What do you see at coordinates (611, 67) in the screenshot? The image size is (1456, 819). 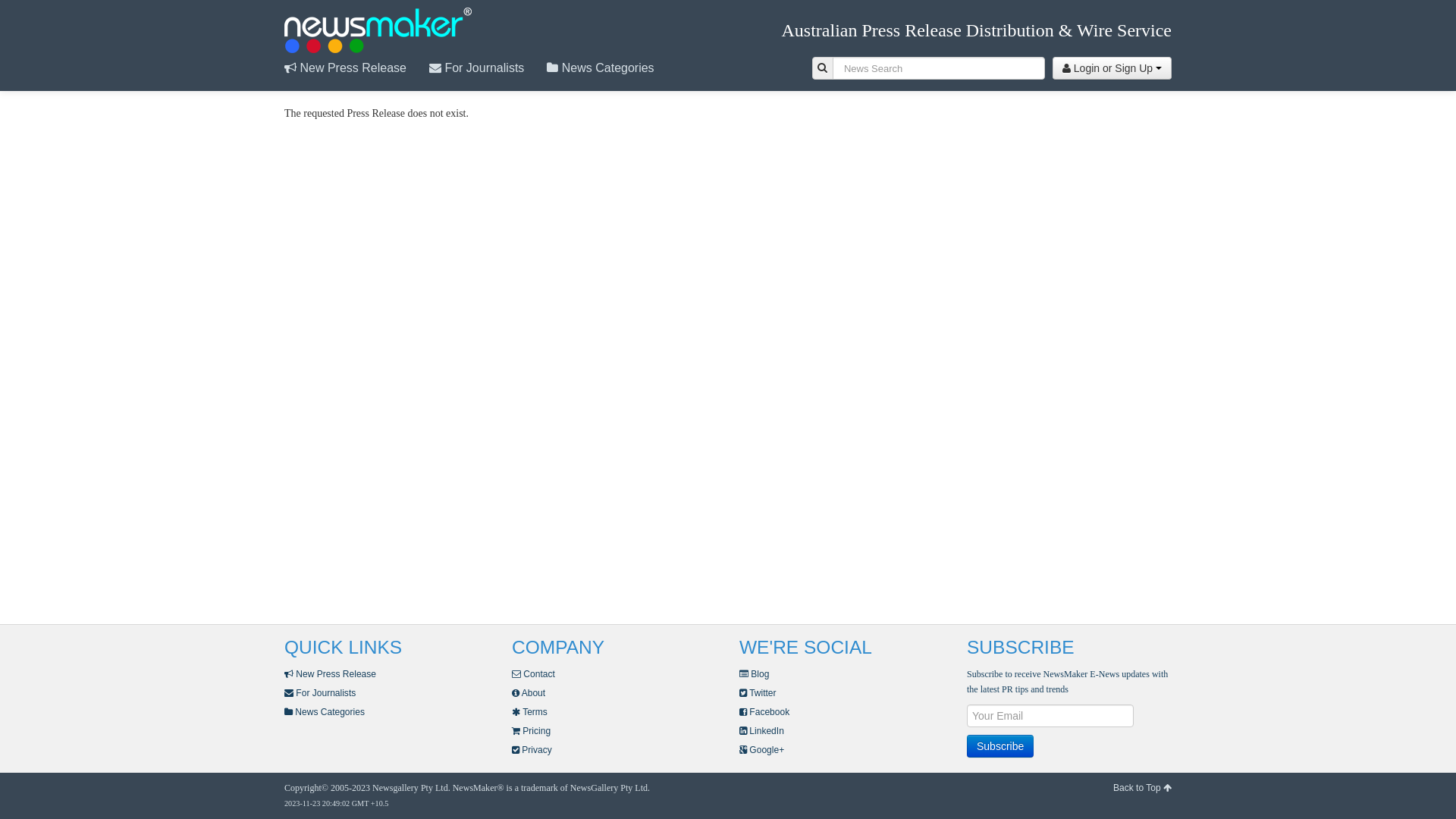 I see `'News Categories'` at bounding box center [611, 67].